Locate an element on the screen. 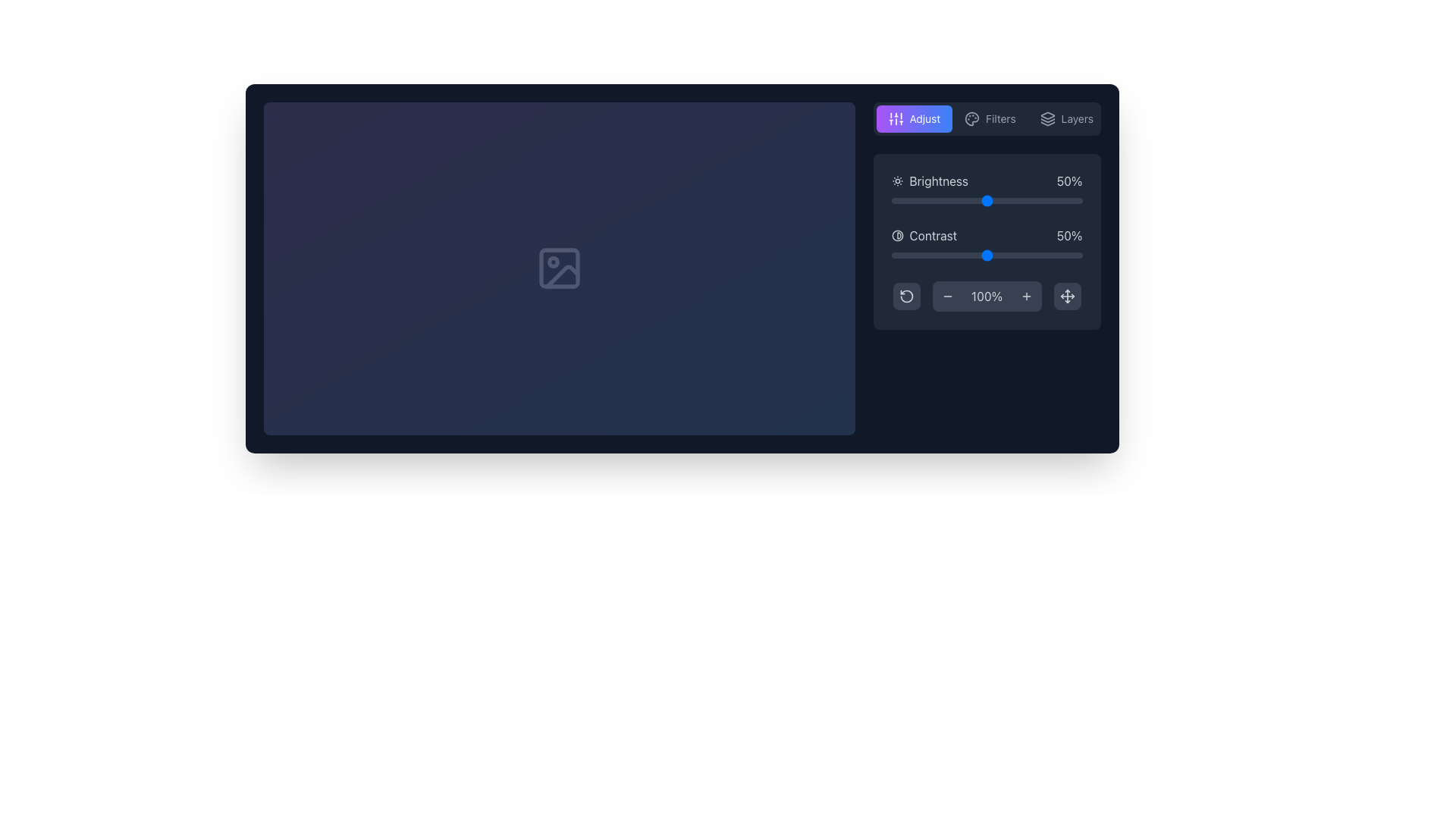 The height and width of the screenshot is (819, 1456). the topmost triangular shape icon in the control panel that indicates layers or stacking features is located at coordinates (1046, 115).